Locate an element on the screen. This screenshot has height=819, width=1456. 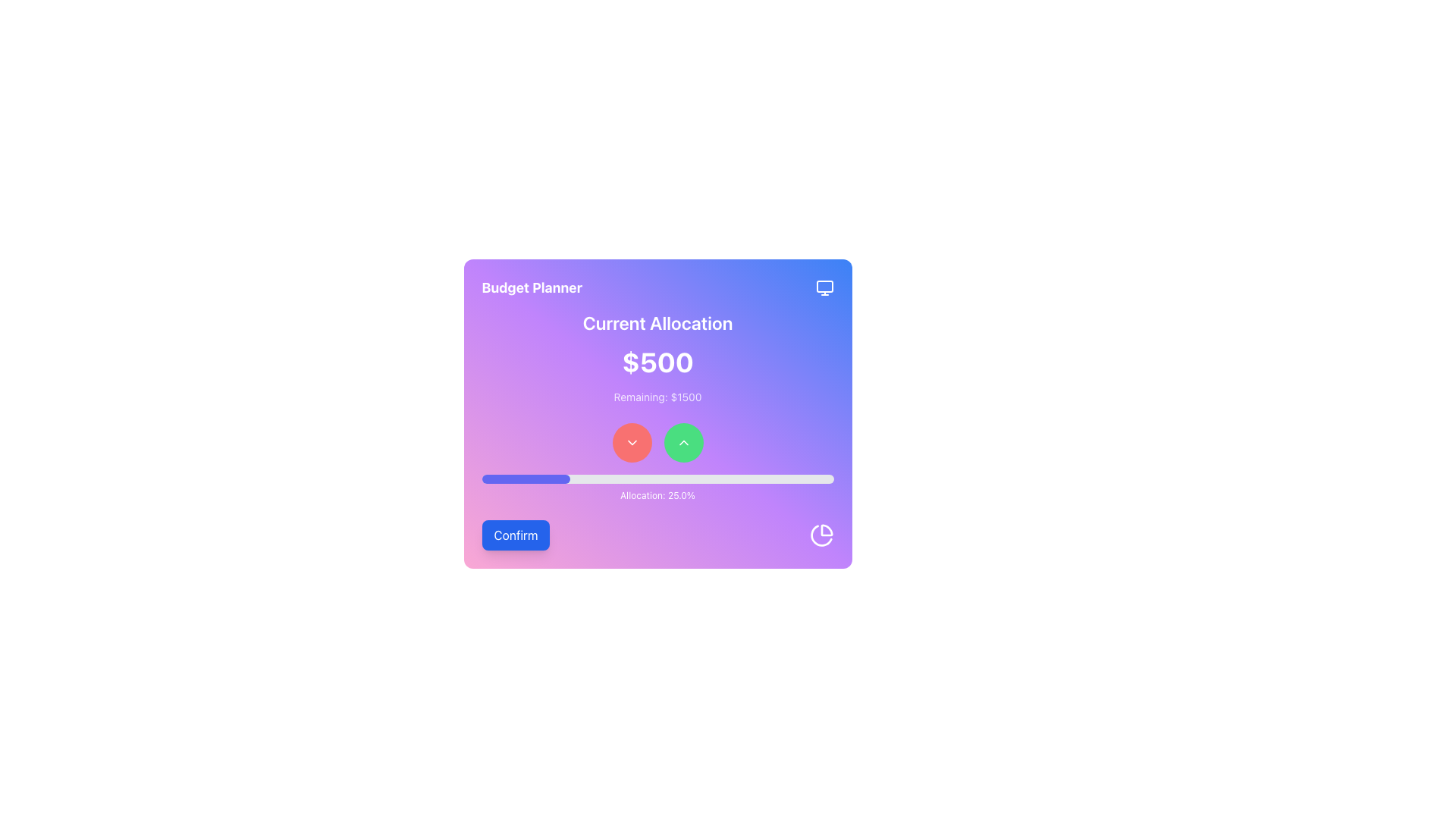
the upward chevron icon button, which is centrally located within a green circular button is located at coordinates (682, 442).